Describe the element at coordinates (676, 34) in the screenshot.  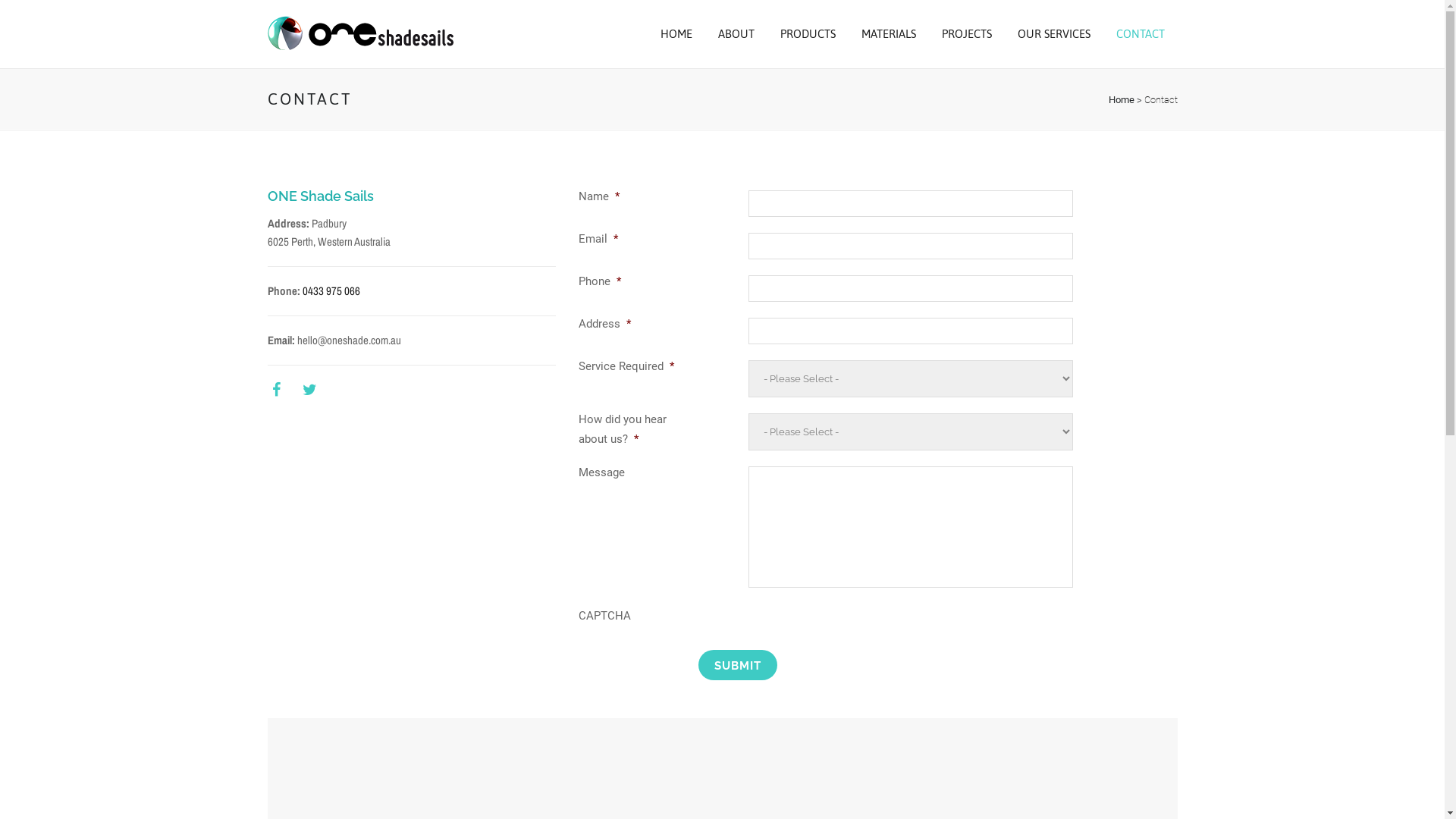
I see `'HOME'` at that location.